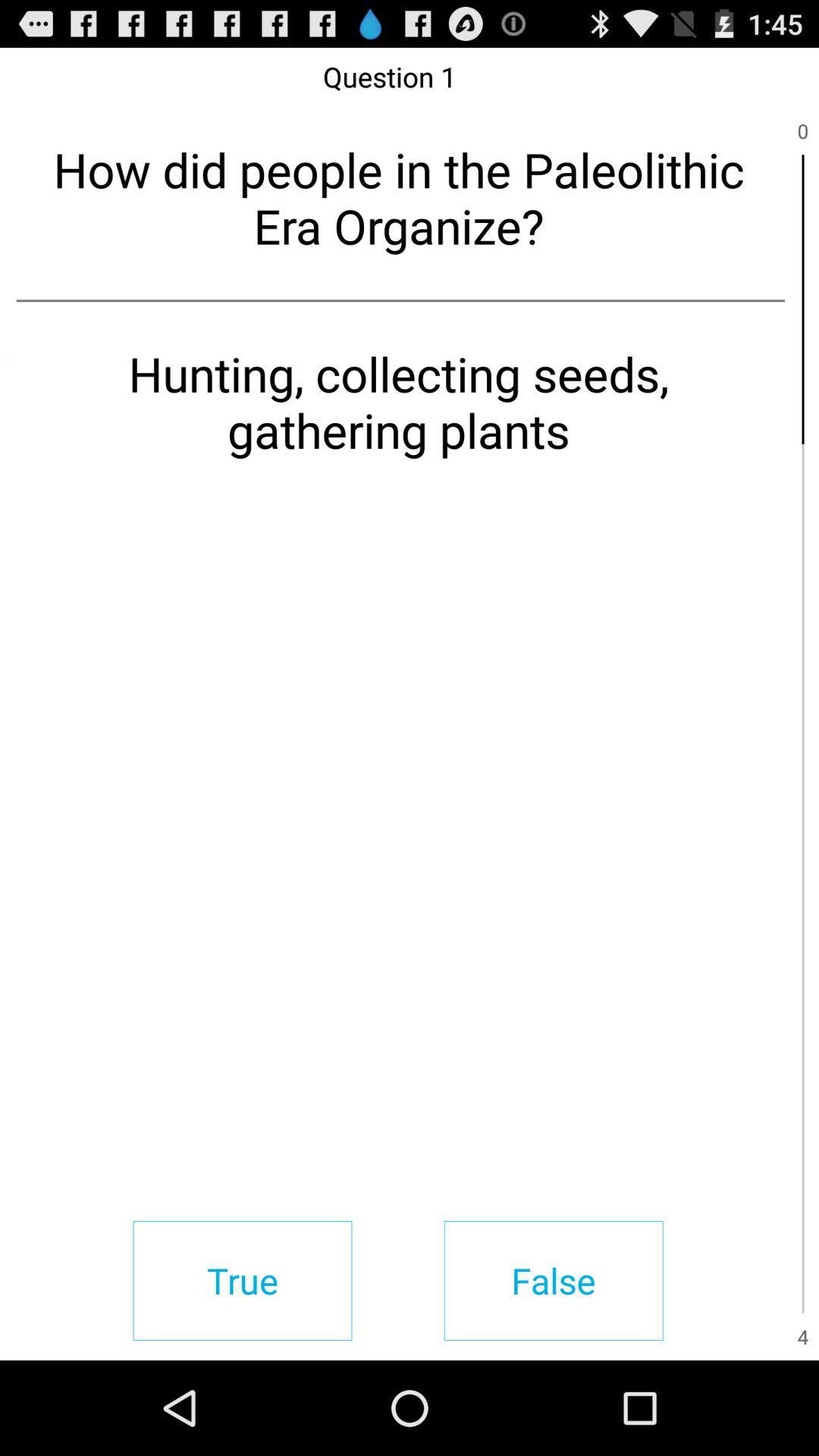 The image size is (819, 1456). I want to click on item below the hunting collecting seeds item, so click(554, 1280).